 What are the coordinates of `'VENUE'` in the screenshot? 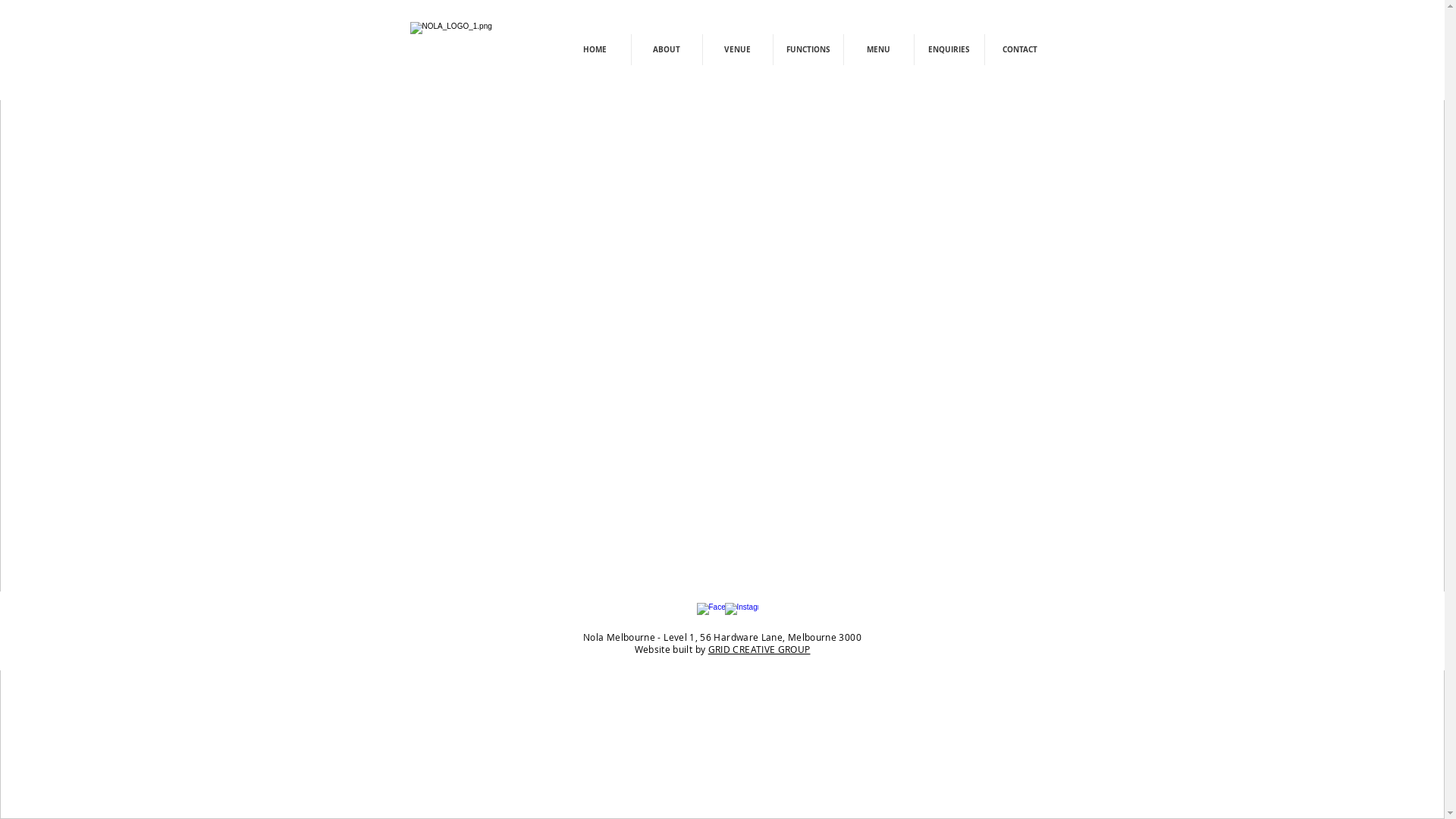 It's located at (736, 49).